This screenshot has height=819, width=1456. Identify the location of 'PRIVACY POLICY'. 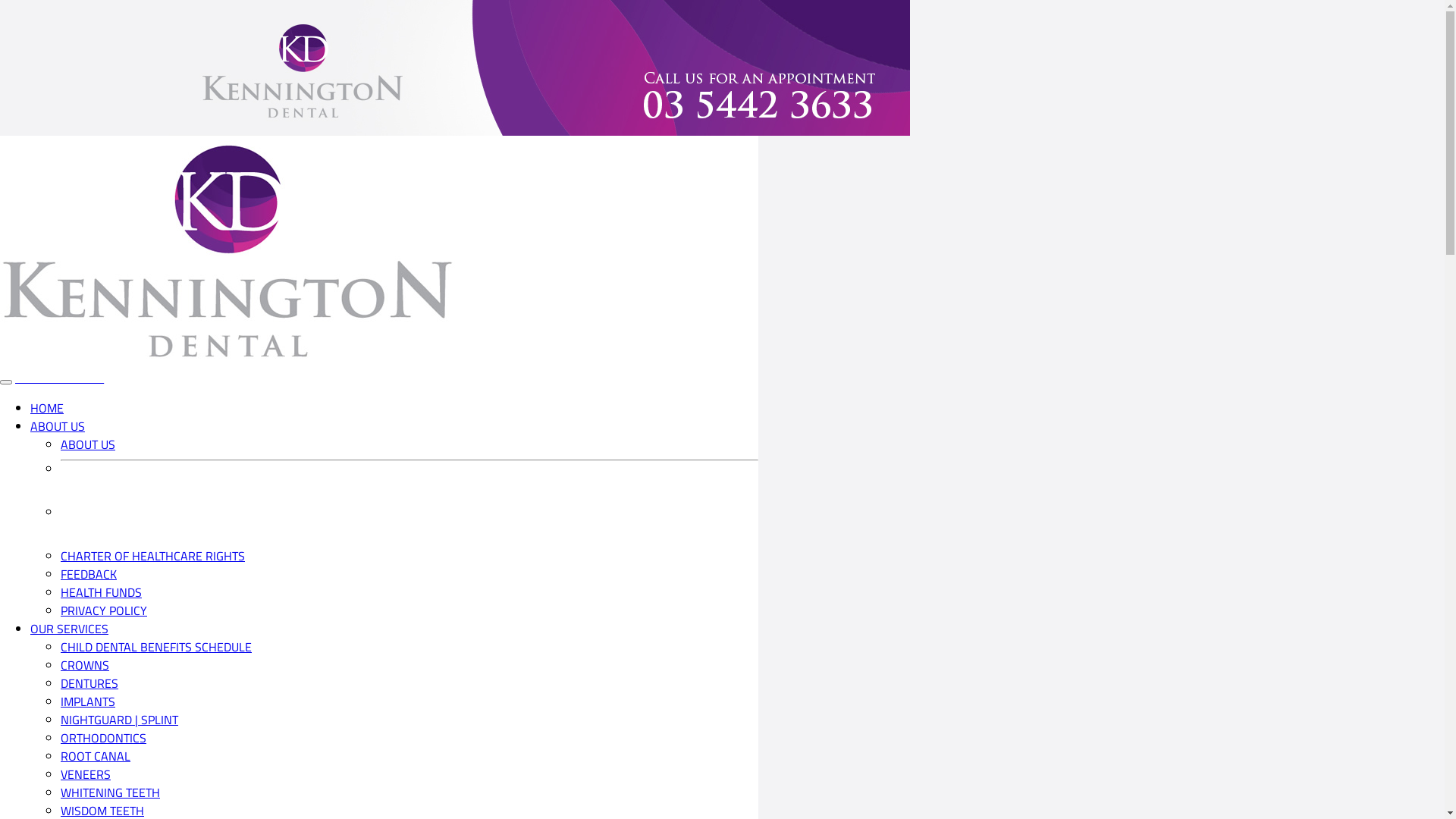
(103, 610).